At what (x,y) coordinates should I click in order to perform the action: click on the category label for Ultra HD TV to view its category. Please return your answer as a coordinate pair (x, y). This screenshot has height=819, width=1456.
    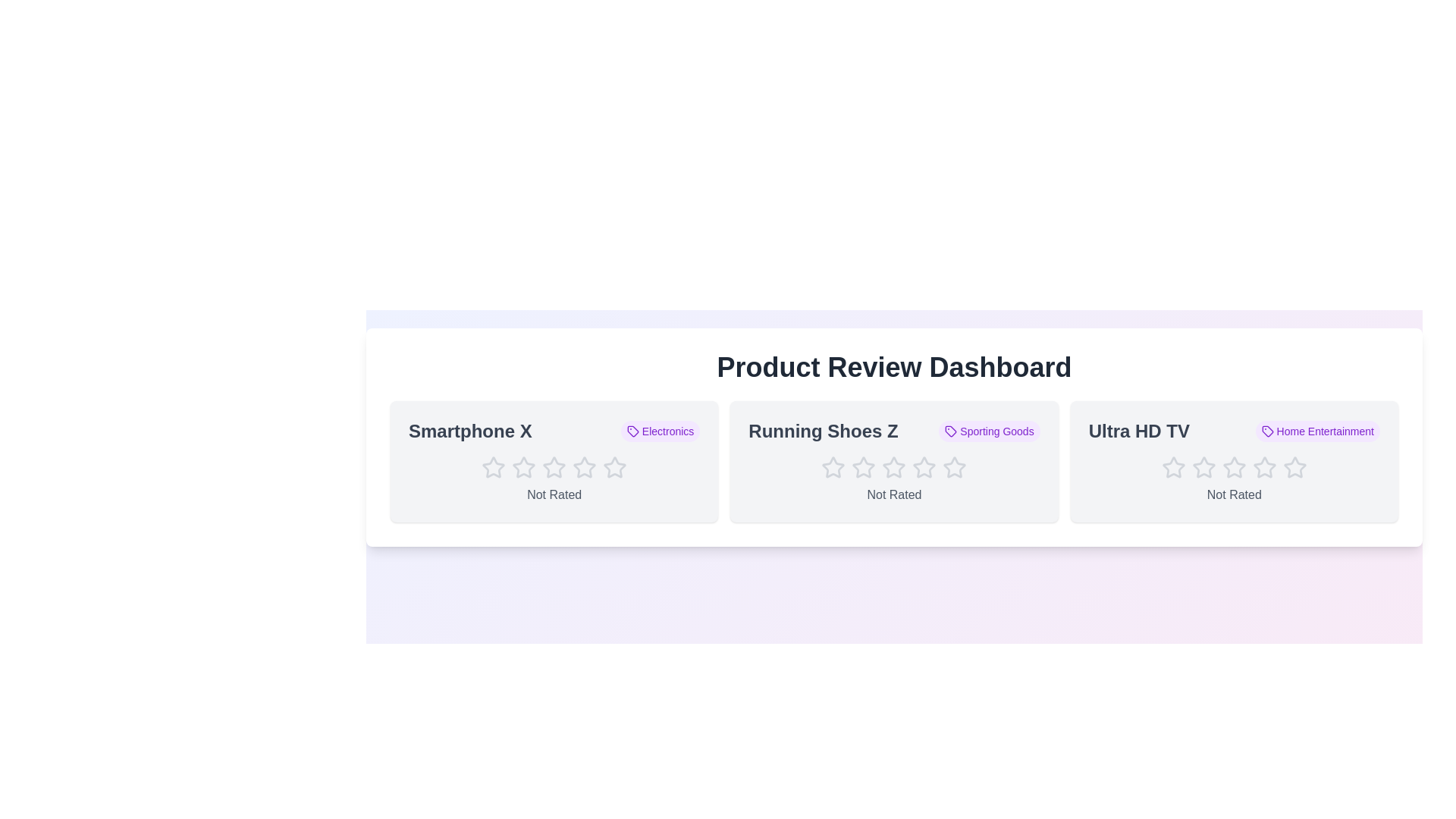
    Looking at the image, I should click on (1316, 431).